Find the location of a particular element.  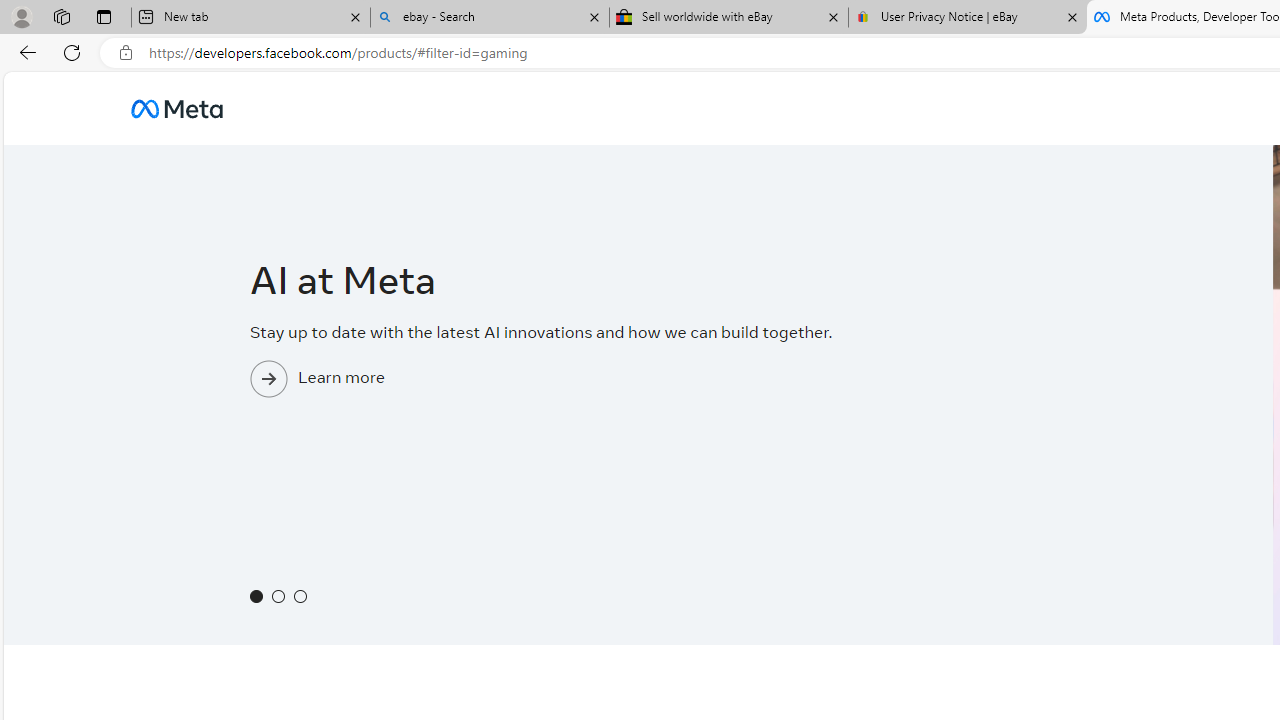

'Show slide 1' is located at coordinates (255, 595).